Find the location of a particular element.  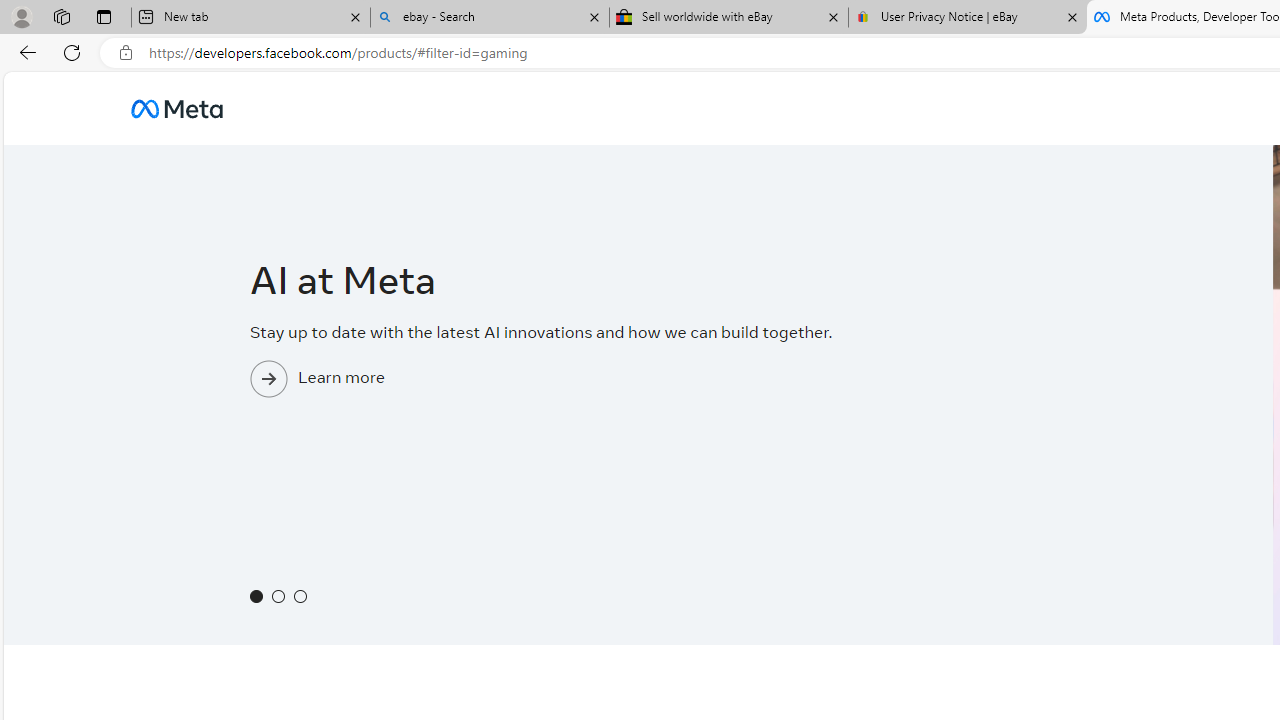

'Show slide 1' is located at coordinates (255, 595).